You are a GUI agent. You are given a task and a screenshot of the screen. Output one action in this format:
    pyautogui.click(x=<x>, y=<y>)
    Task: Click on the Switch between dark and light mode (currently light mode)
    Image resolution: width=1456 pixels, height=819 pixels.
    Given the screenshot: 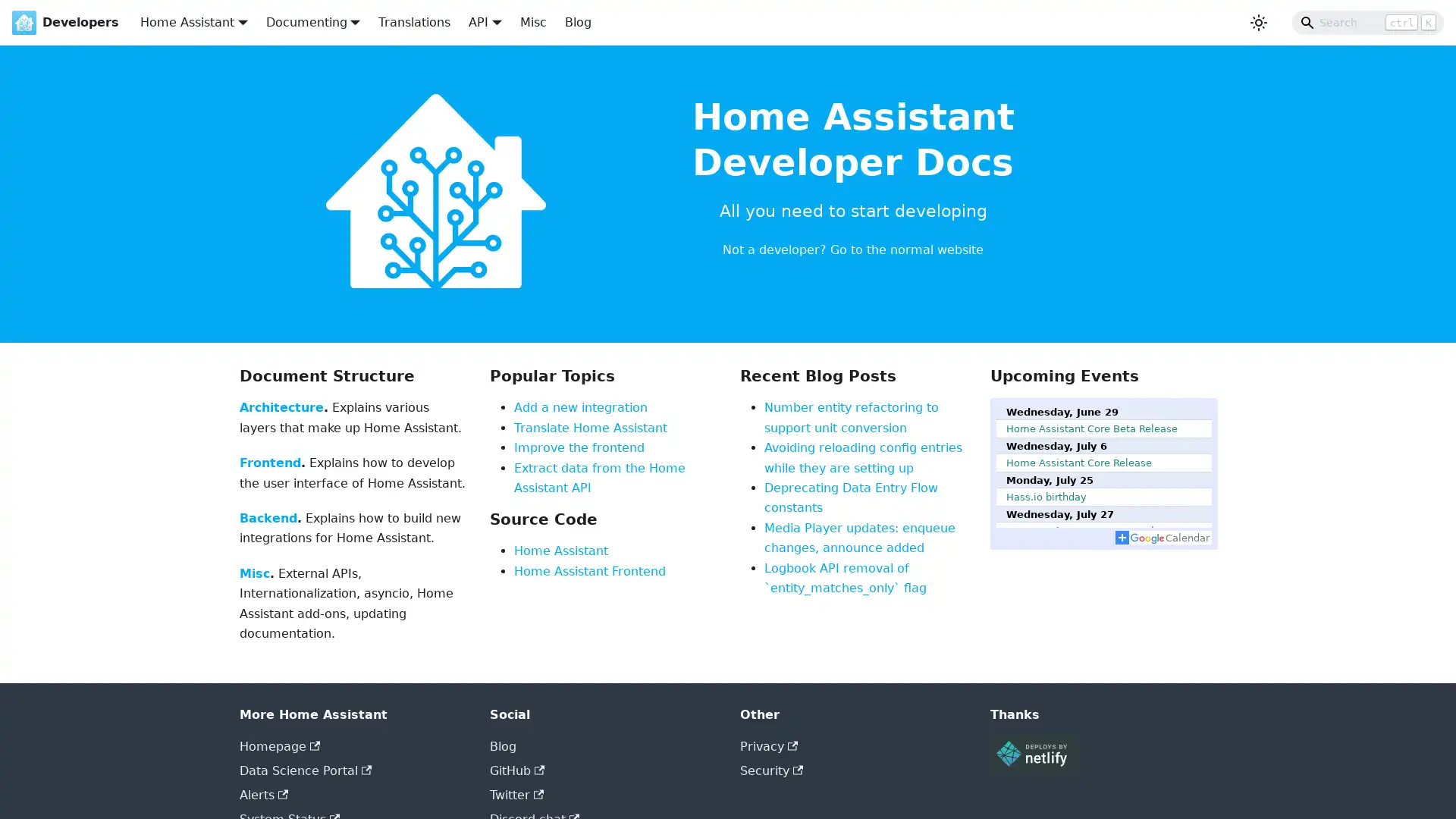 What is the action you would take?
    pyautogui.click(x=1259, y=23)
    